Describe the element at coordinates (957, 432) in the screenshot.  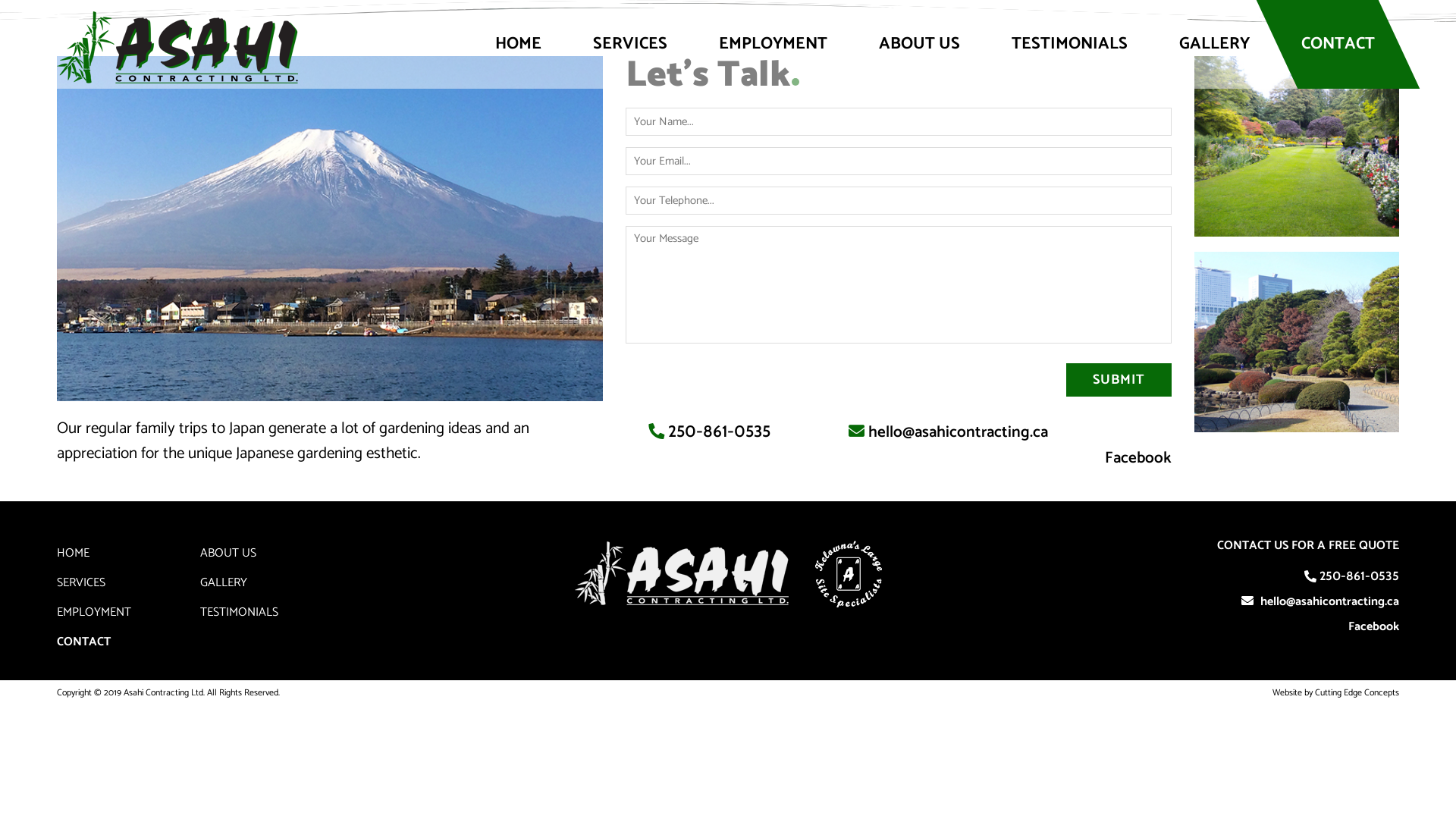
I see `'hello@asahicontracting.ca'` at that location.